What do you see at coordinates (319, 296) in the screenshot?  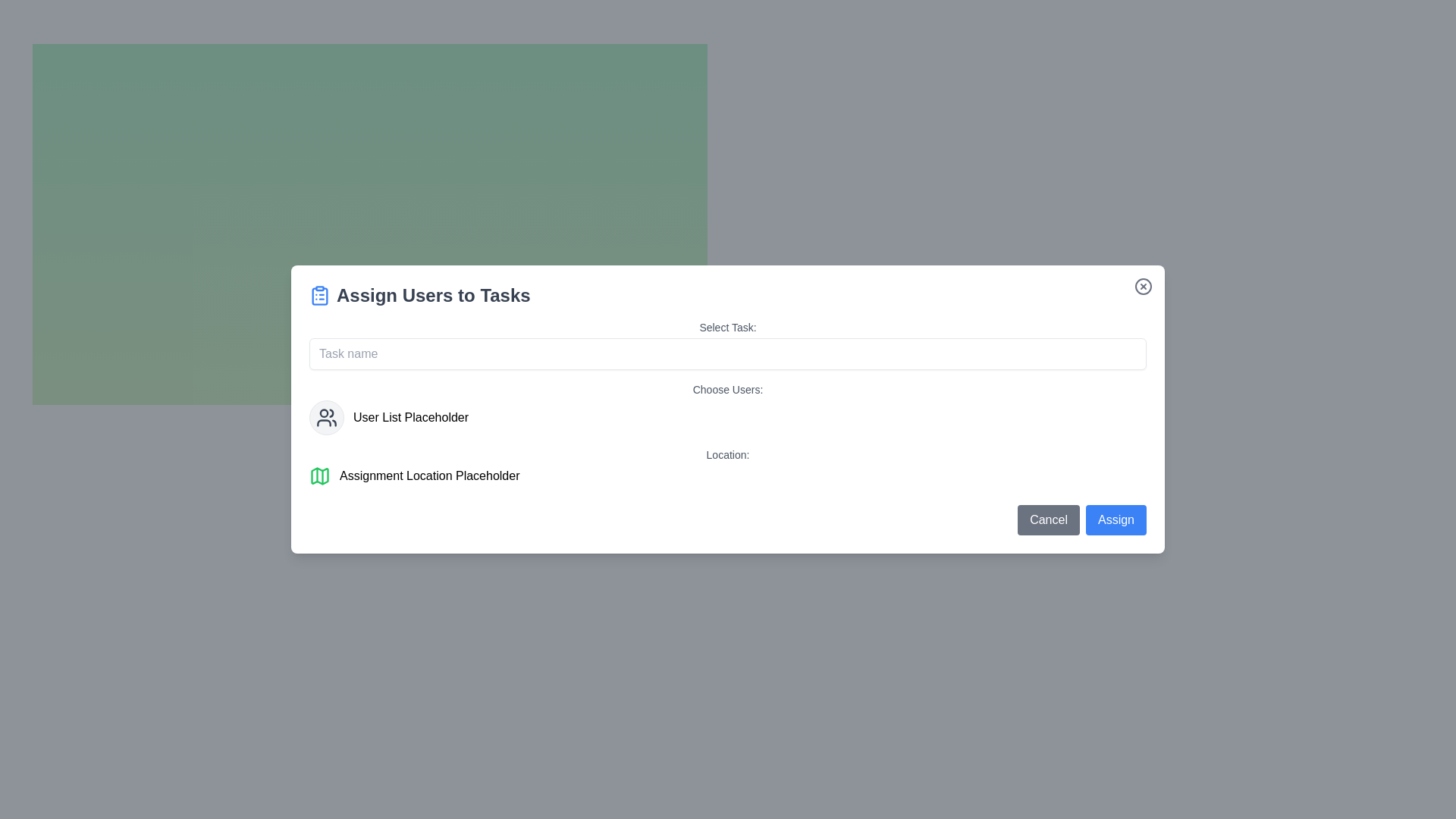 I see `the clipboard icon with a list representation located in the top-left area of the 'Assign Users to Tasks' dialog box` at bounding box center [319, 296].